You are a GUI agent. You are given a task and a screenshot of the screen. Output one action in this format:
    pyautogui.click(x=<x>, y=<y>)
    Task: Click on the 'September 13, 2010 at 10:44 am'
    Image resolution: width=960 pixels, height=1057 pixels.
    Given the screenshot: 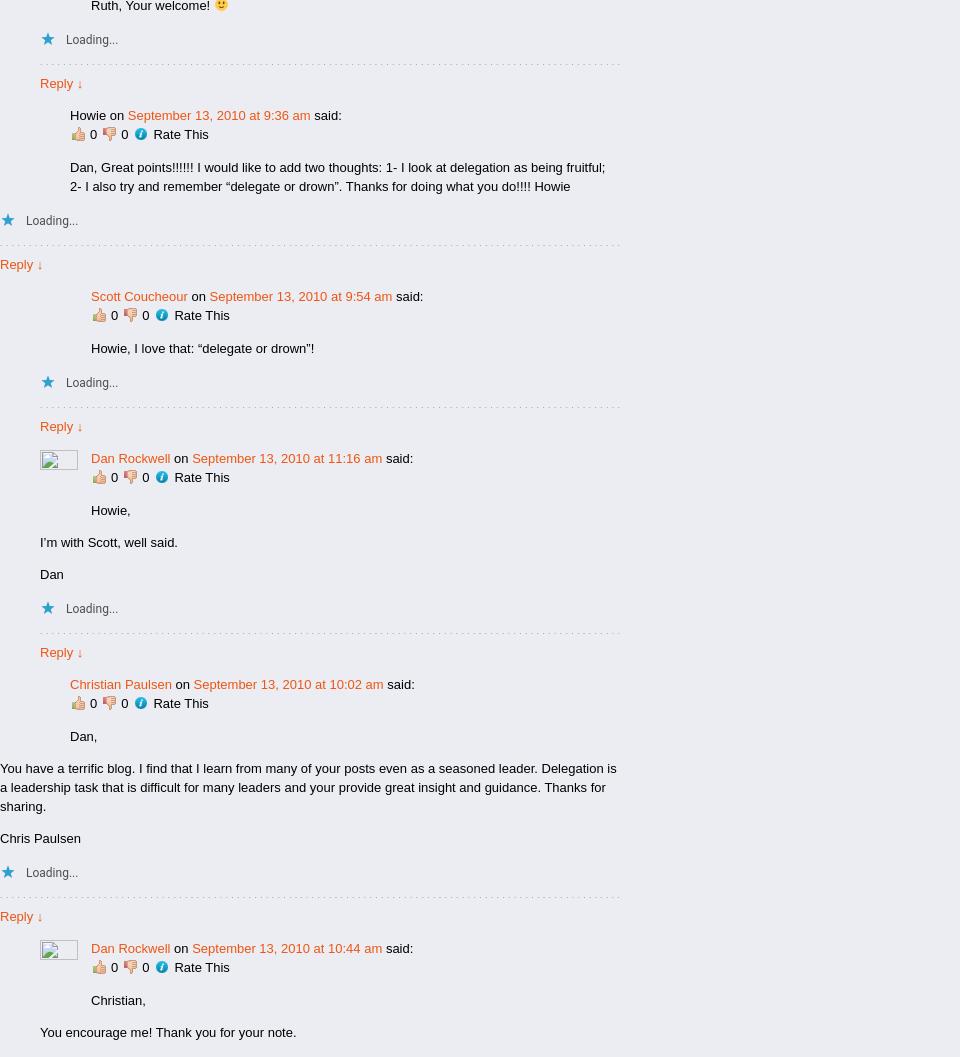 What is the action you would take?
    pyautogui.click(x=286, y=947)
    